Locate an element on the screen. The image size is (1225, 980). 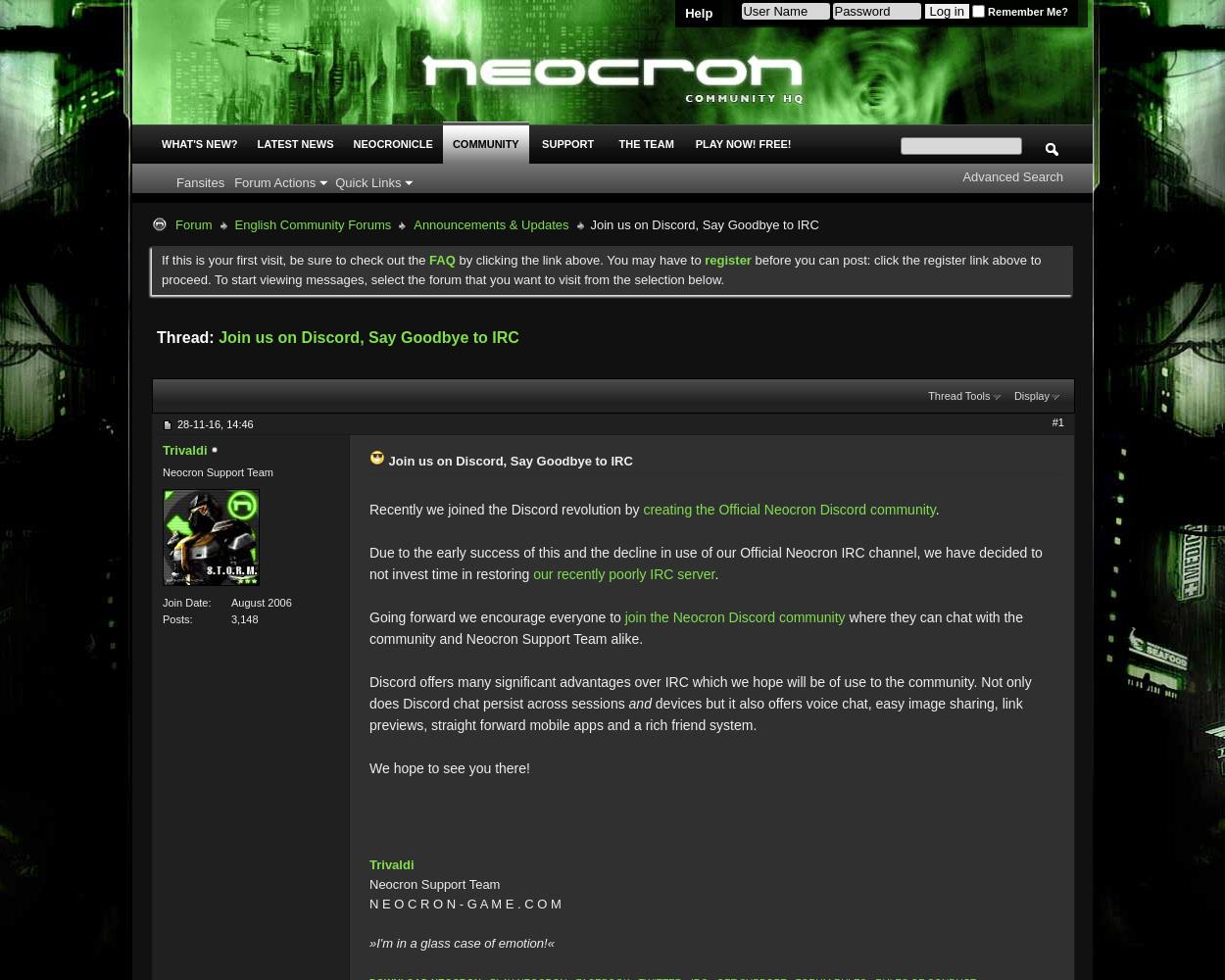
'WHAT'S NEW?' is located at coordinates (198, 144).